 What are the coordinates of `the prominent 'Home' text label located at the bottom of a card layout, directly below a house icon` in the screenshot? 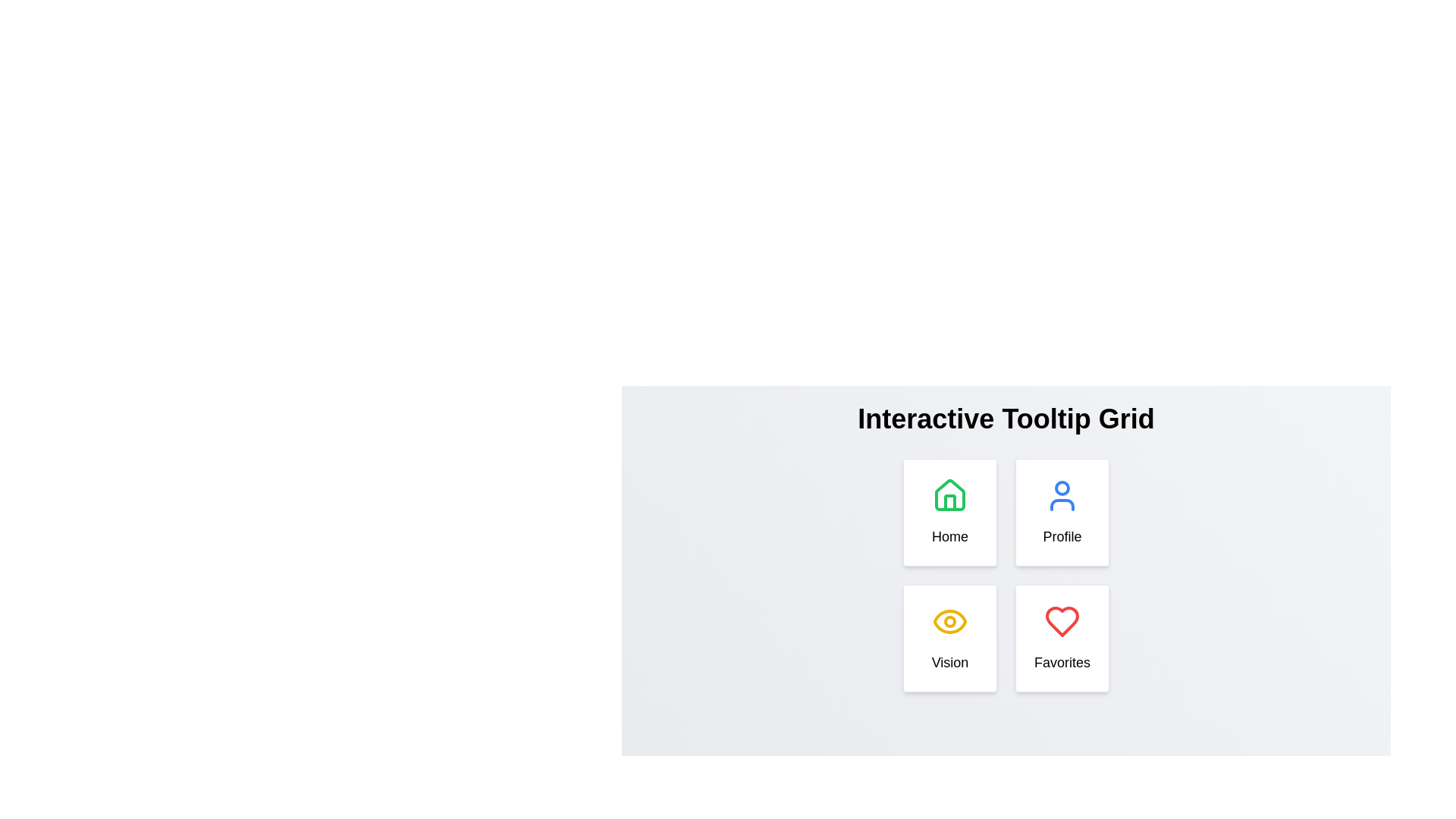 It's located at (949, 536).